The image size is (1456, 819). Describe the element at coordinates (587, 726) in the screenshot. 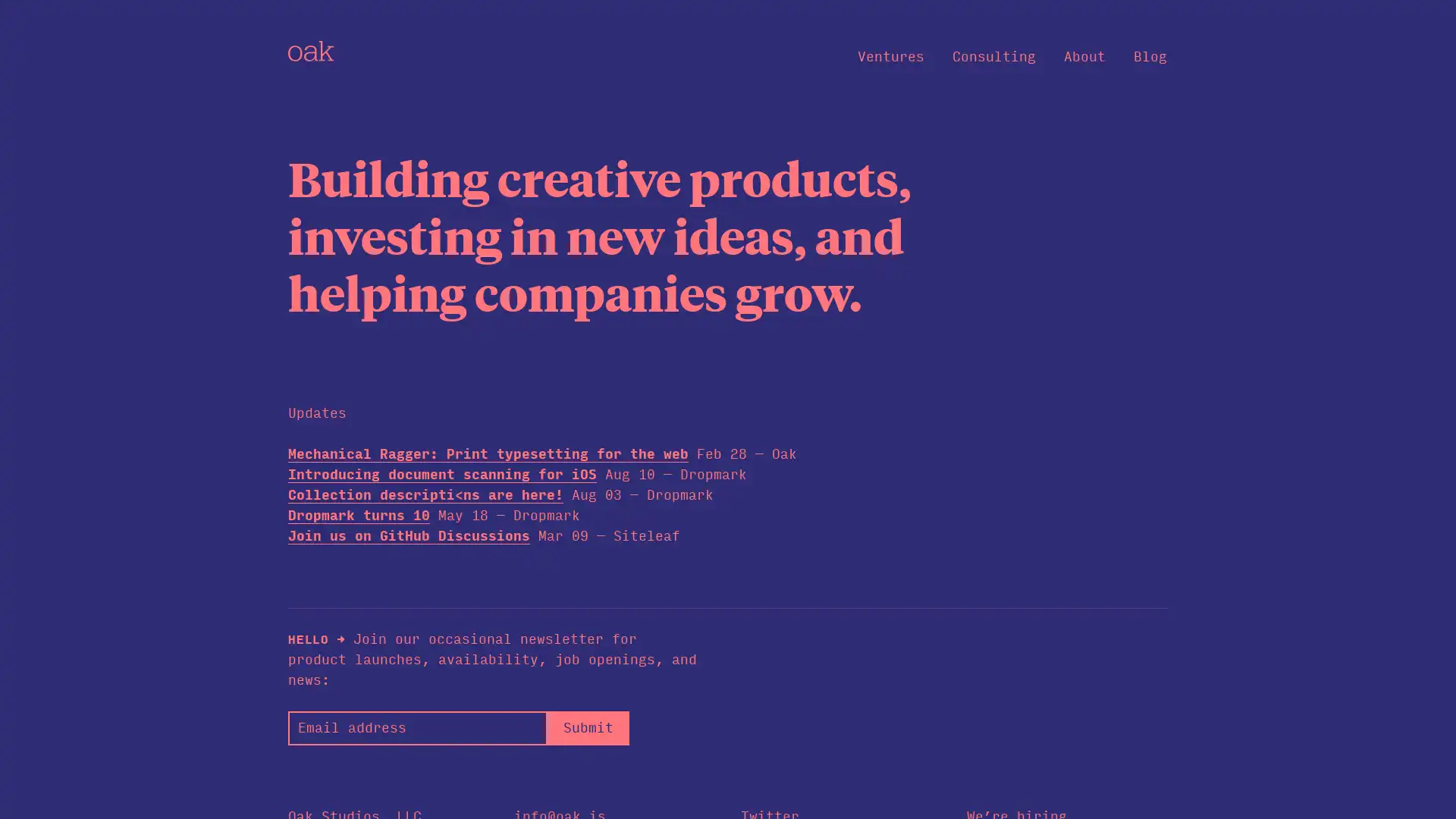

I see `Submit` at that location.